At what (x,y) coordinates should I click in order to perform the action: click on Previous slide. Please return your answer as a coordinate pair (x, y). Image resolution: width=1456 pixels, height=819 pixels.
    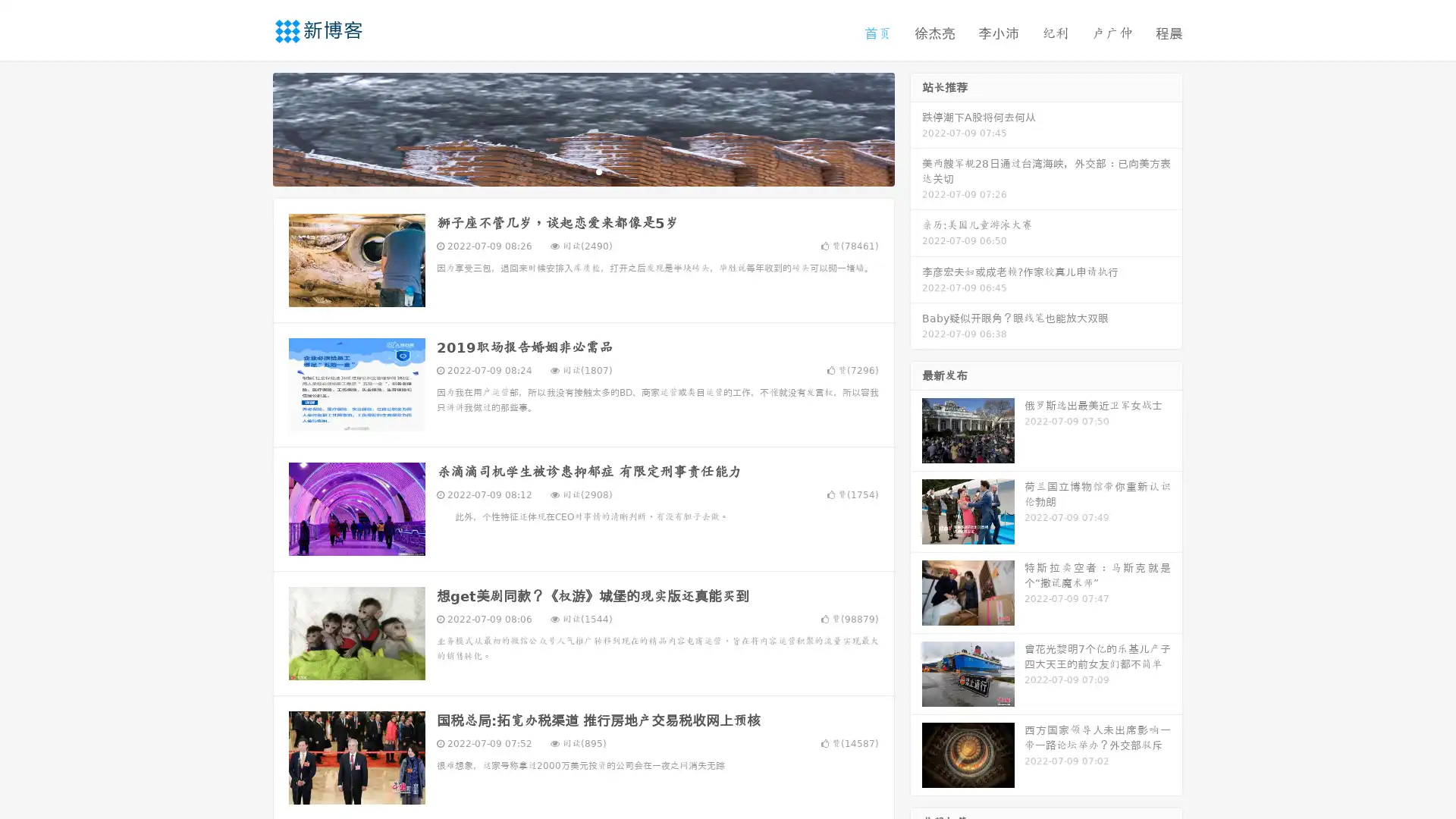
    Looking at the image, I should click on (250, 127).